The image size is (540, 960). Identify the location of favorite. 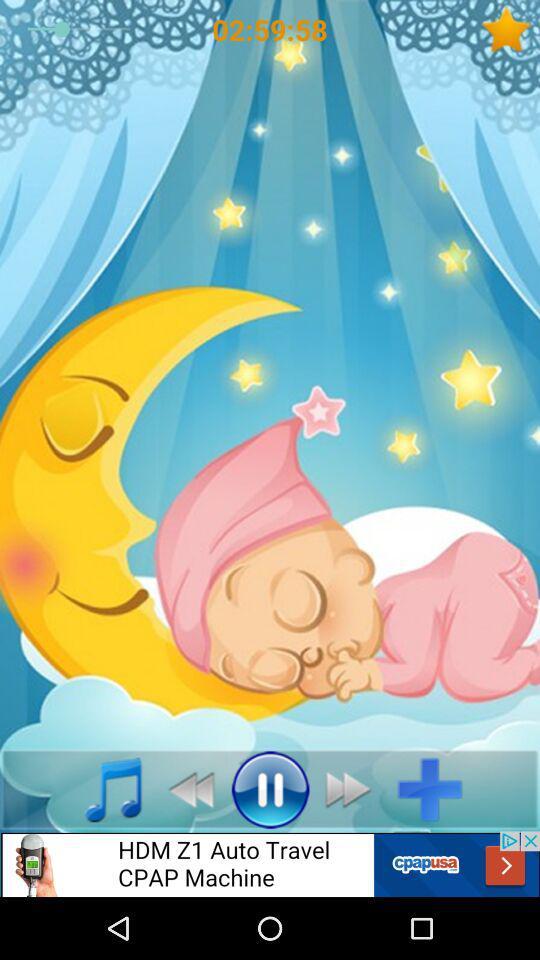
(510, 28).